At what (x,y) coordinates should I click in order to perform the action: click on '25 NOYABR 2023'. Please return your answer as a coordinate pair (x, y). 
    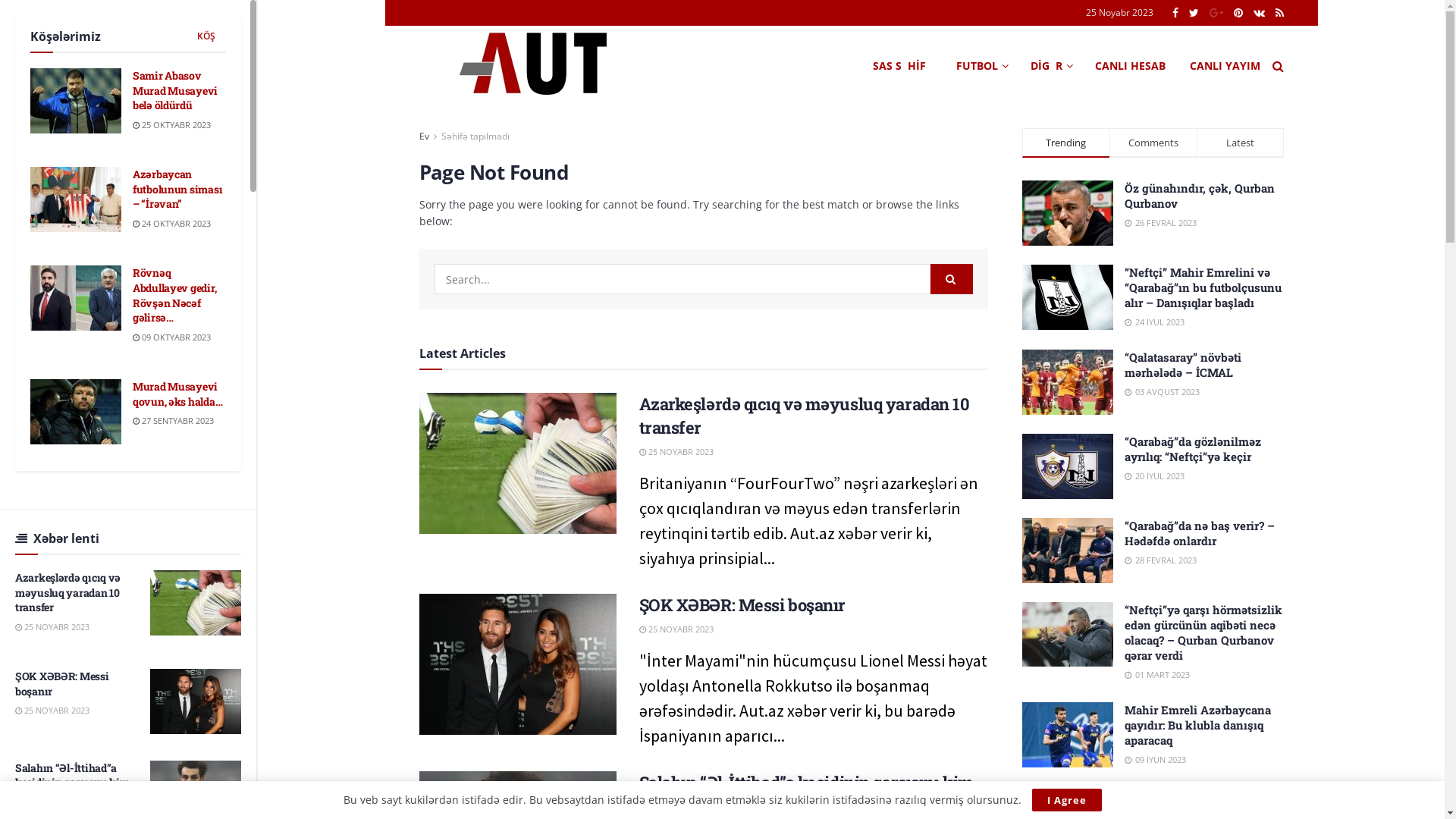
    Looking at the image, I should click on (52, 626).